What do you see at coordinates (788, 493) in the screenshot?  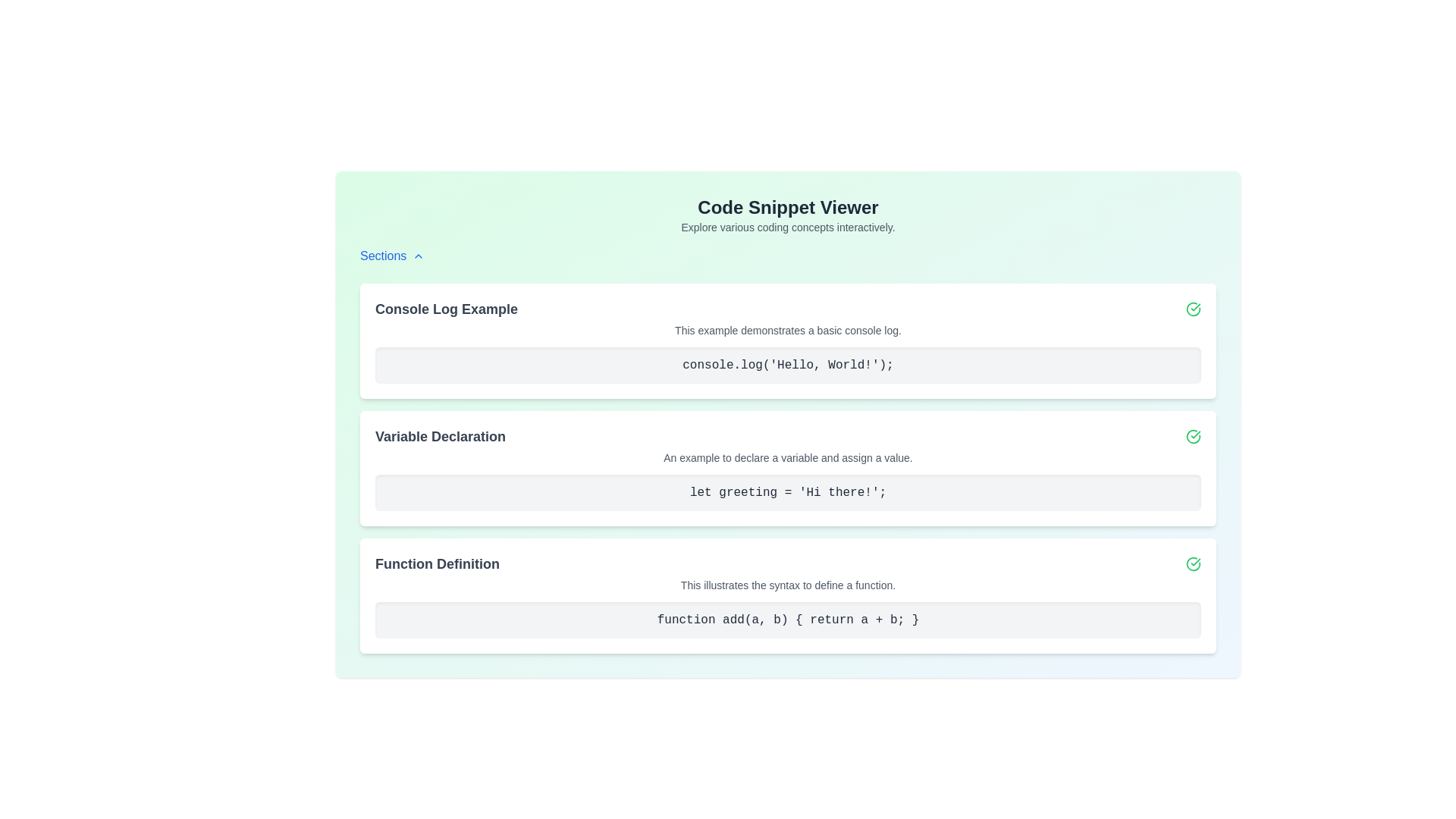 I see `the text element that visually represents a code snippet demonstrating the declaration and assignment of a variable, specifically showing how to assign the string 'Hi there!' to the variable 'greeting', located in the 'Variable Declaration' section of the 'Code Snippet Viewer'` at bounding box center [788, 493].